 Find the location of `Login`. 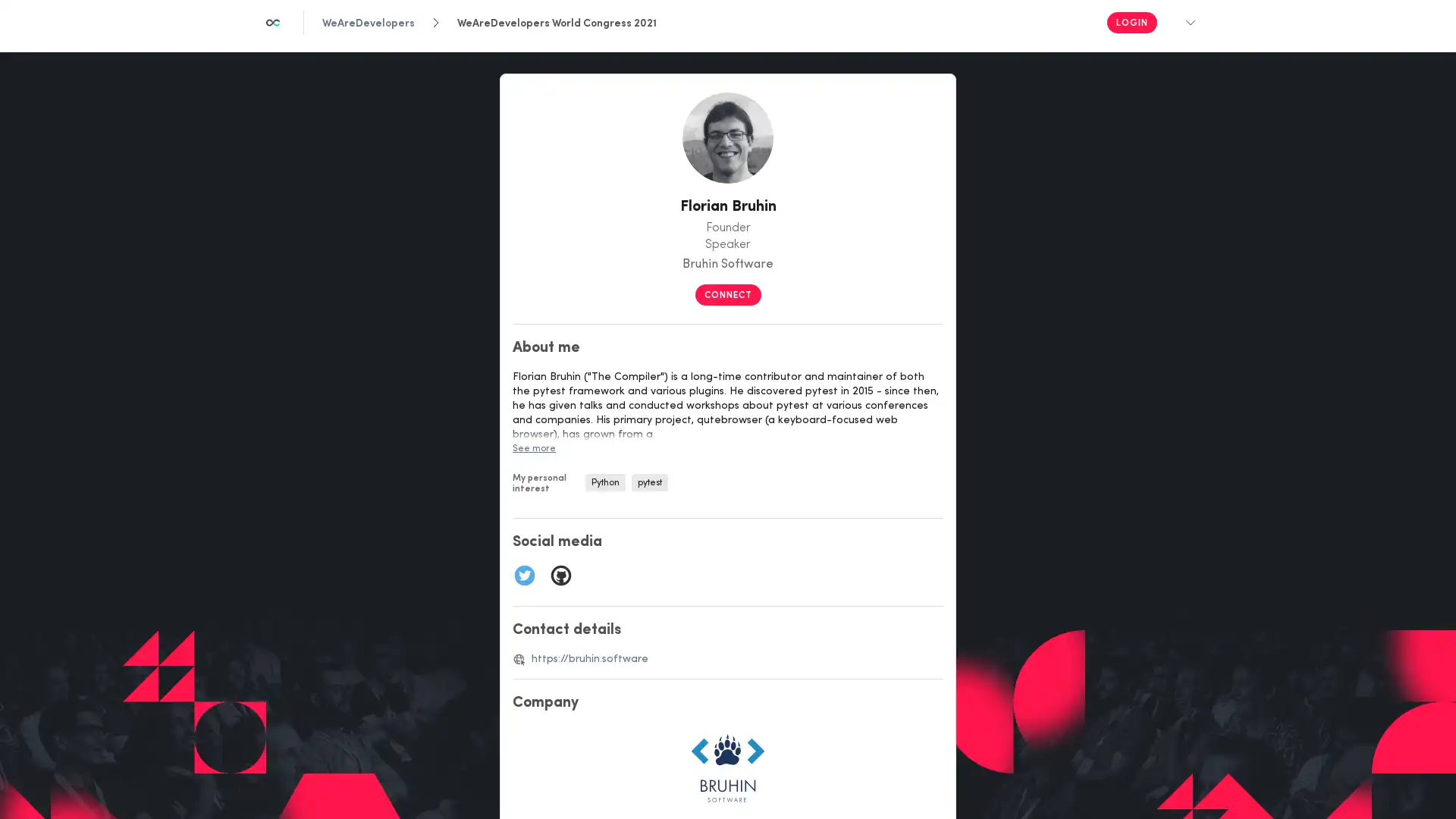

Login is located at coordinates (1131, 23).